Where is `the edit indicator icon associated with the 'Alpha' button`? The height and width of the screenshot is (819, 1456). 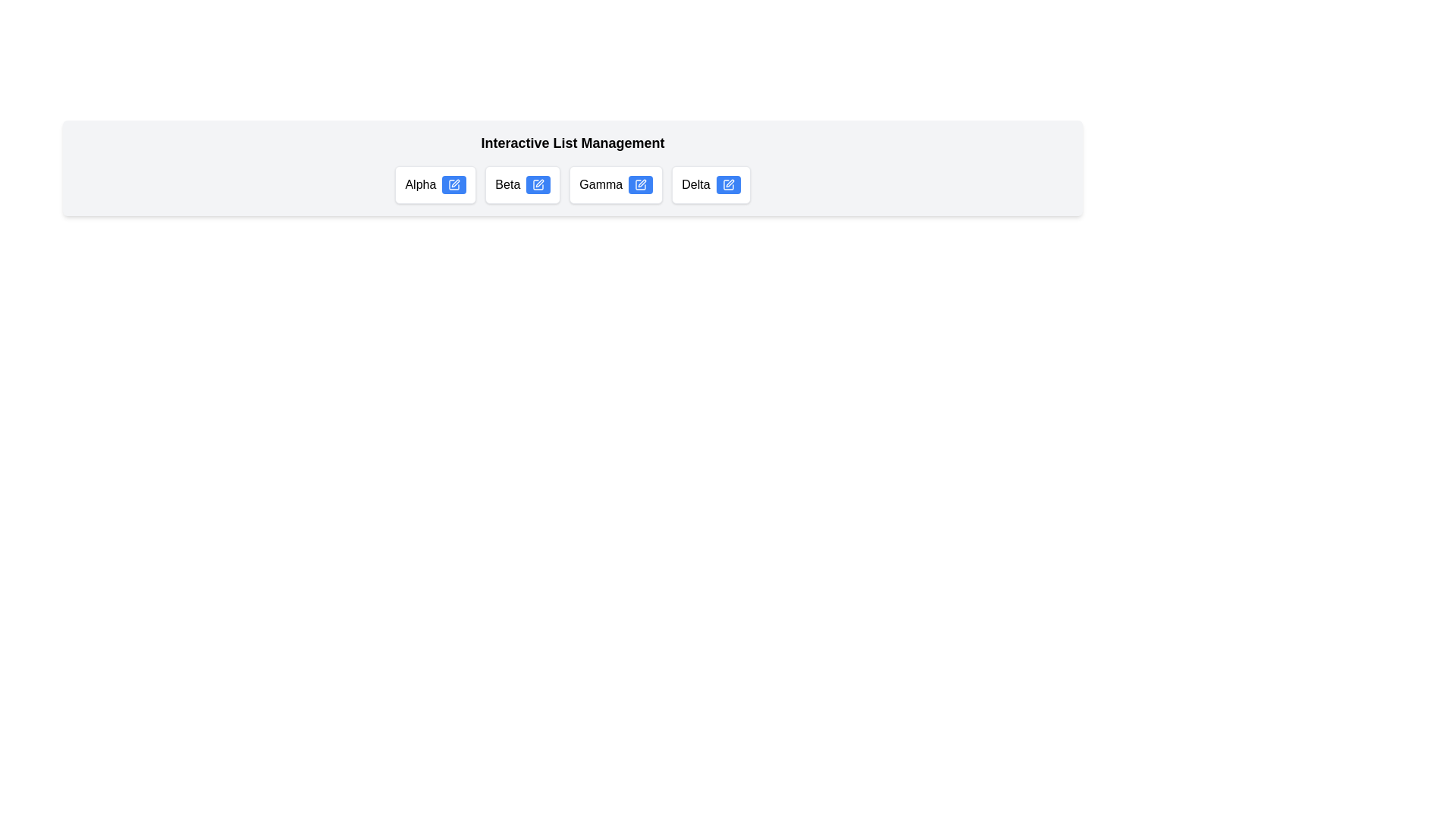
the edit indicator icon associated with the 'Alpha' button is located at coordinates (453, 184).